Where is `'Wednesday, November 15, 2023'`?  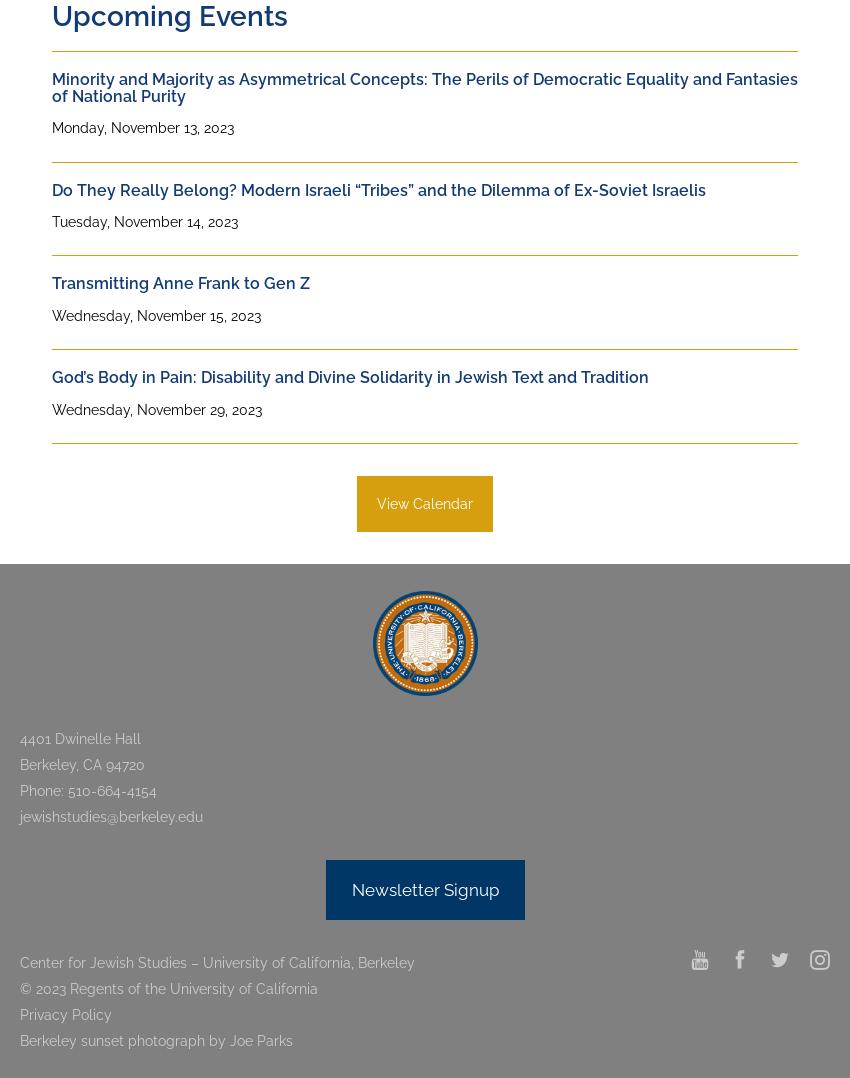
'Wednesday, November 15, 2023' is located at coordinates (156, 313).